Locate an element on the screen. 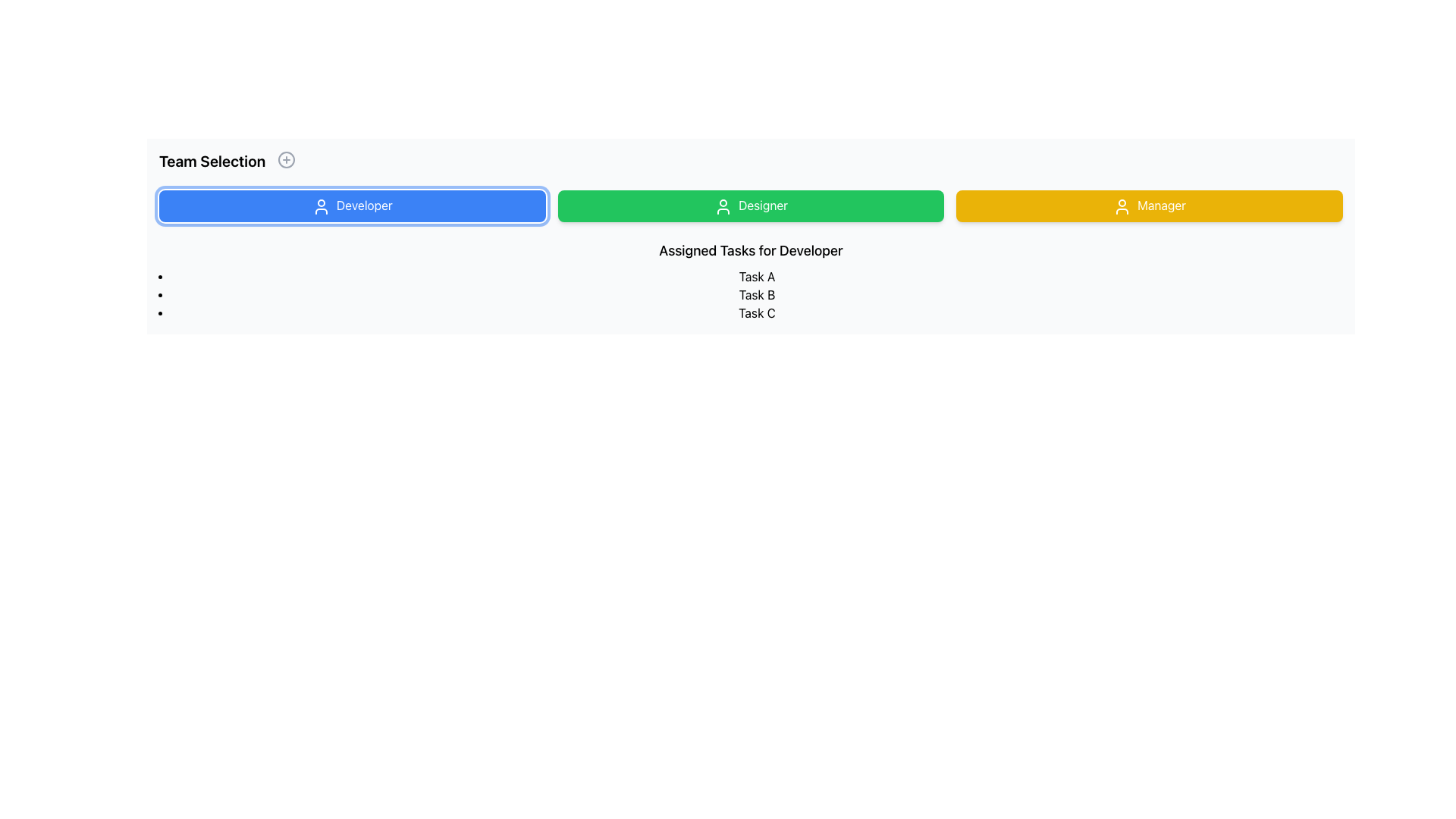 The width and height of the screenshot is (1456, 819). the icon representing the user category or role related to the 'Developer' button, which is located to the left of the text 'Developer' is located at coordinates (320, 206).